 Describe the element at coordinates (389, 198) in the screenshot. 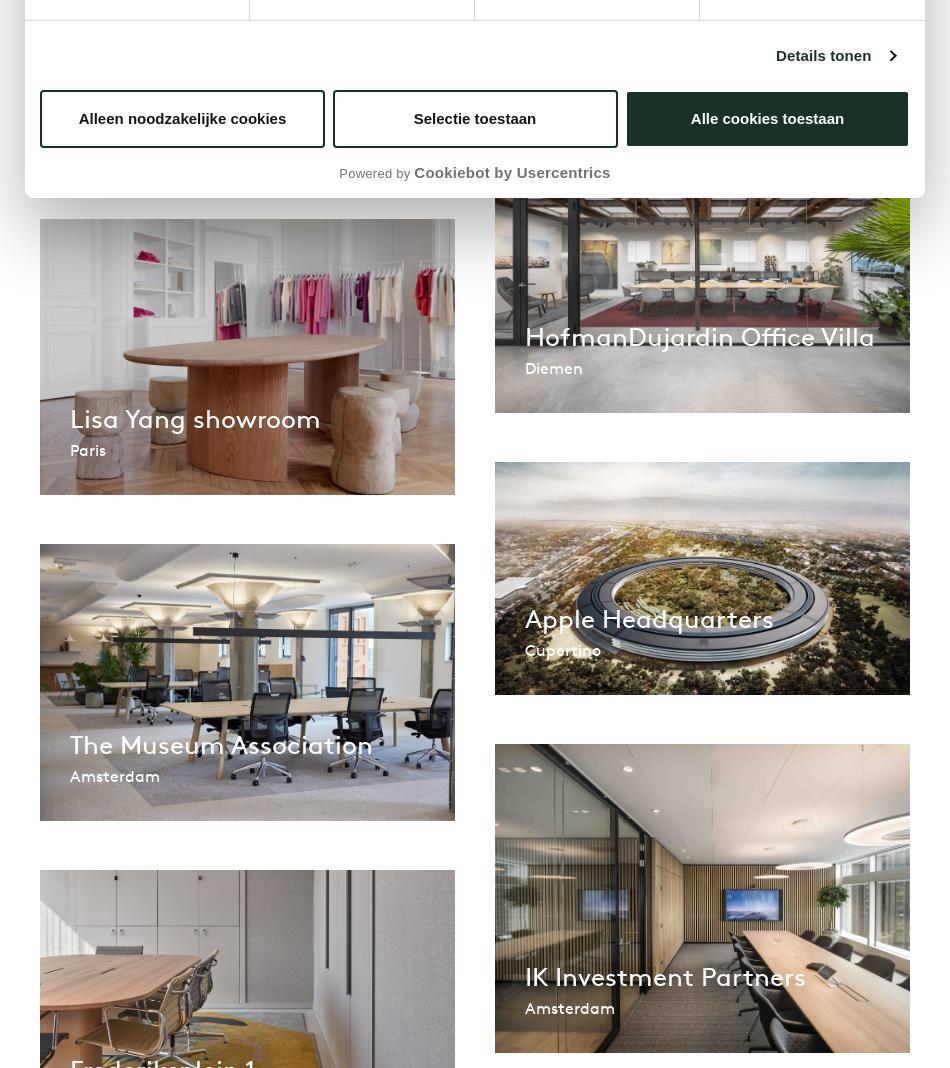

I see `'Our designers'` at that location.